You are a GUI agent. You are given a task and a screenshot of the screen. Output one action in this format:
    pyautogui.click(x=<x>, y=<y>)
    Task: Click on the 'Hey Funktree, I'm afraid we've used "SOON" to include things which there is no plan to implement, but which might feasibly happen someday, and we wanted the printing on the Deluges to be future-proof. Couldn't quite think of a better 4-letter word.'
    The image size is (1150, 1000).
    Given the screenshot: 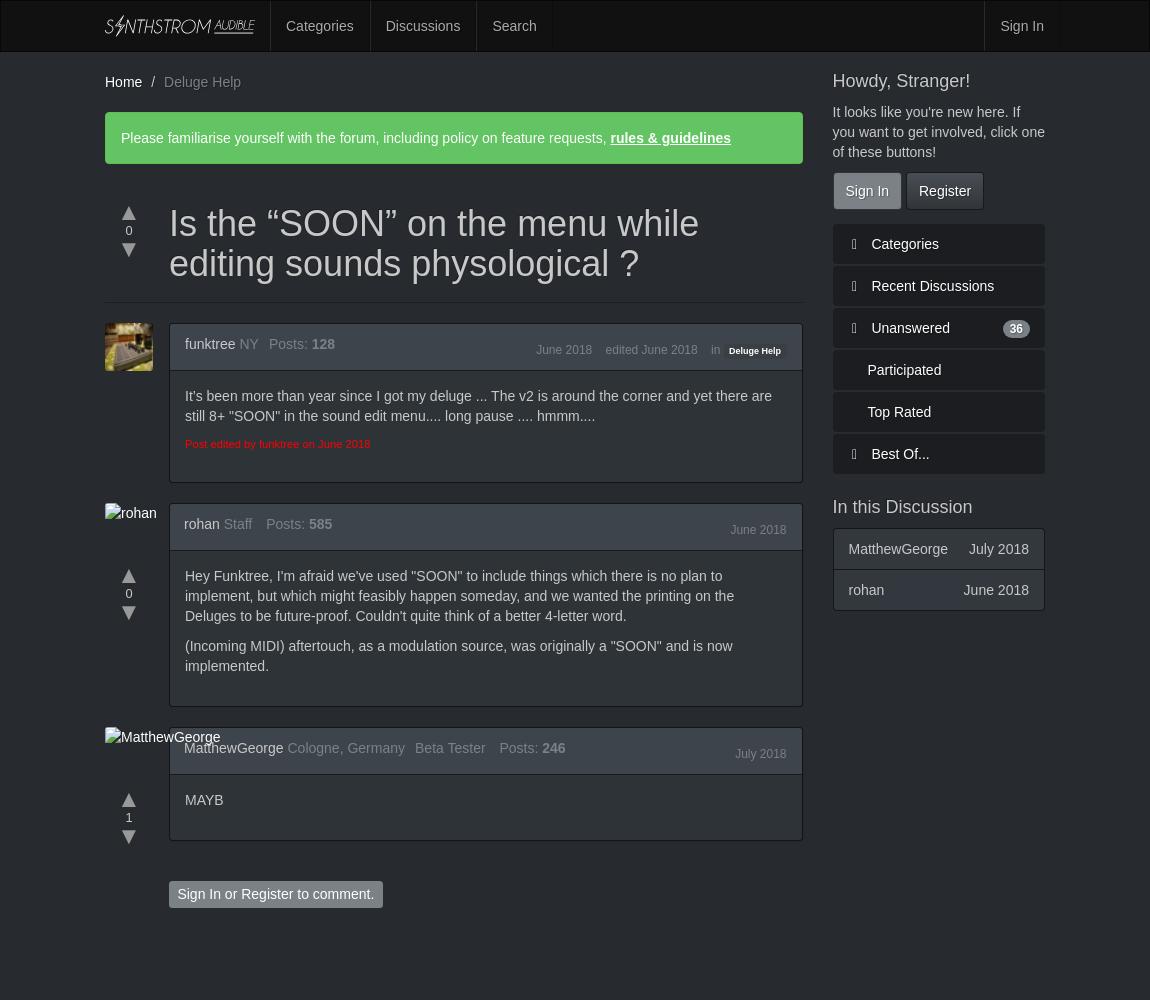 What is the action you would take?
    pyautogui.click(x=184, y=595)
    